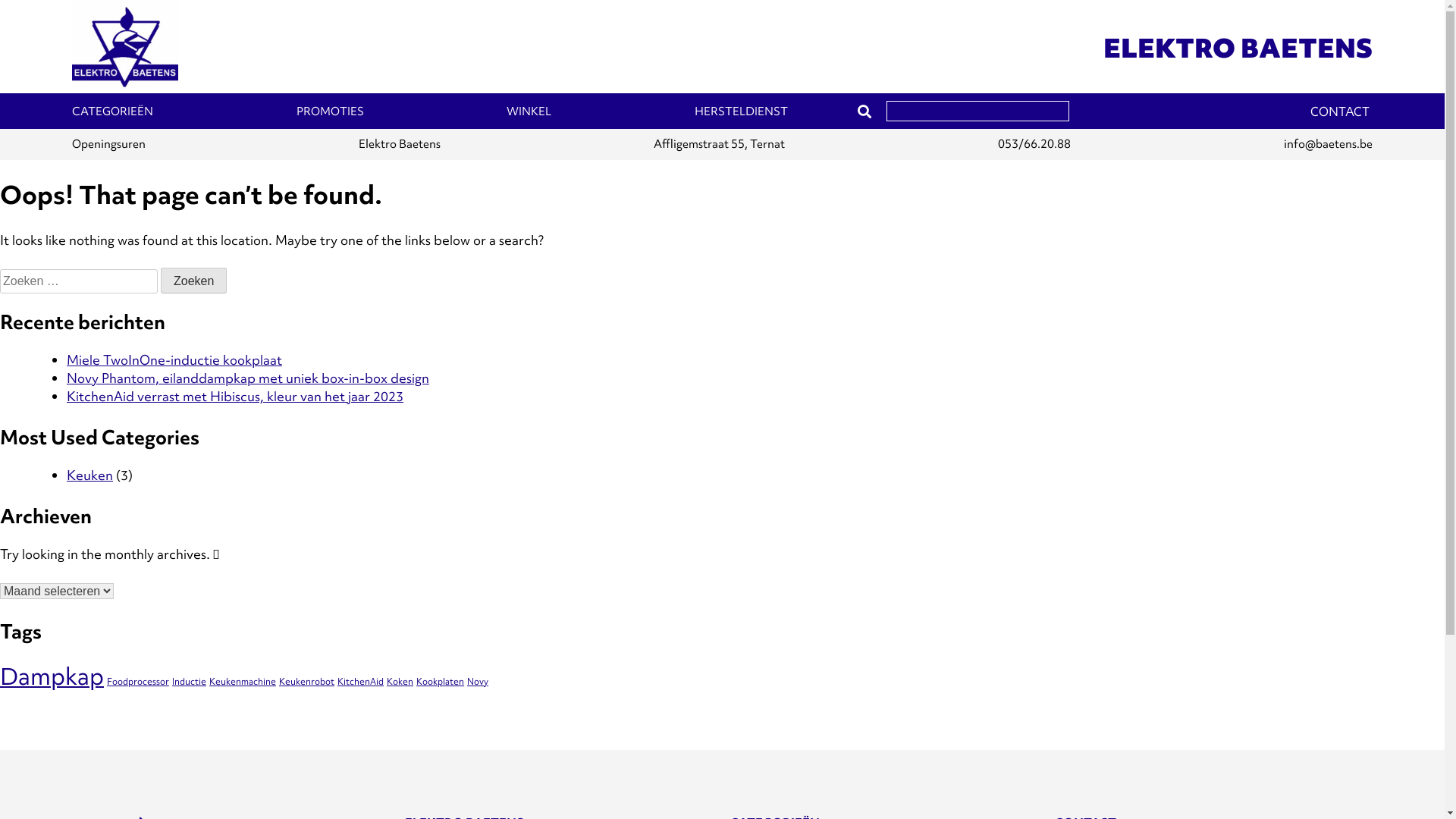  Describe the element at coordinates (741, 110) in the screenshot. I see `'HERSTELDIENST'` at that location.